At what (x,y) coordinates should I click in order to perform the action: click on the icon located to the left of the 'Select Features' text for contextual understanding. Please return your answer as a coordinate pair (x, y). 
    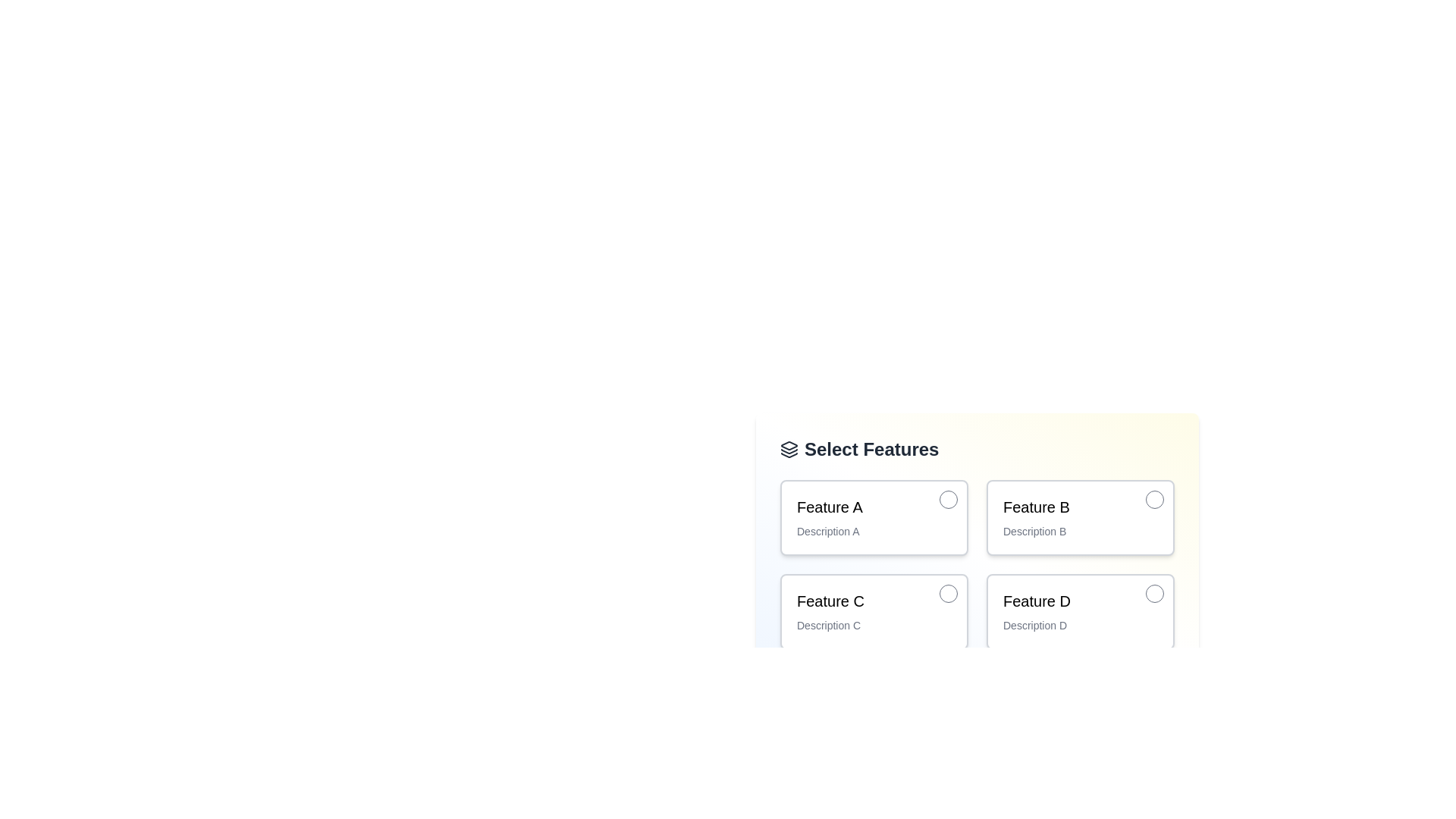
    Looking at the image, I should click on (789, 449).